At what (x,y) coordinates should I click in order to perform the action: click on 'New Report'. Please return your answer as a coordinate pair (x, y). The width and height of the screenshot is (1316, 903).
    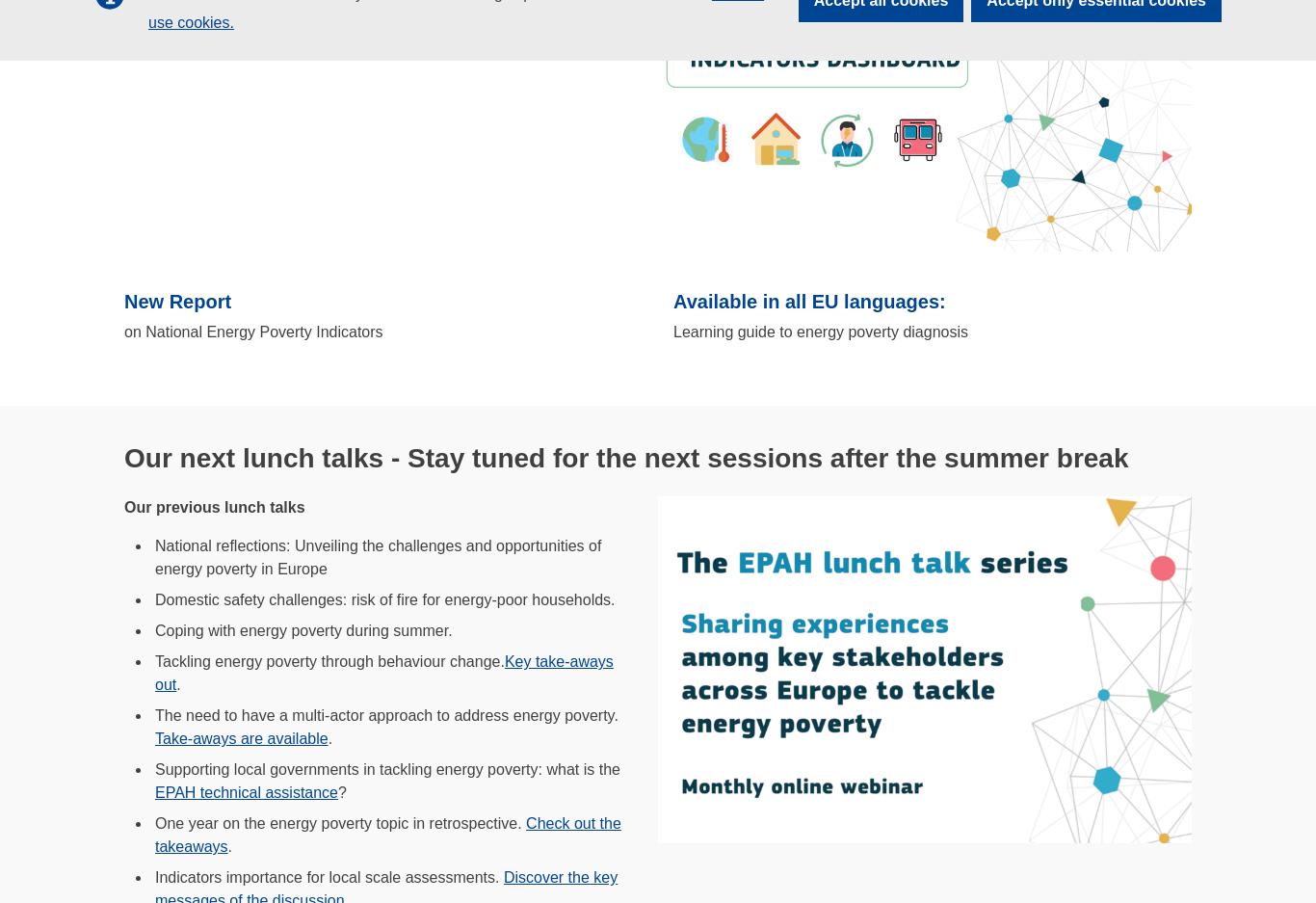
    Looking at the image, I should click on (122, 300).